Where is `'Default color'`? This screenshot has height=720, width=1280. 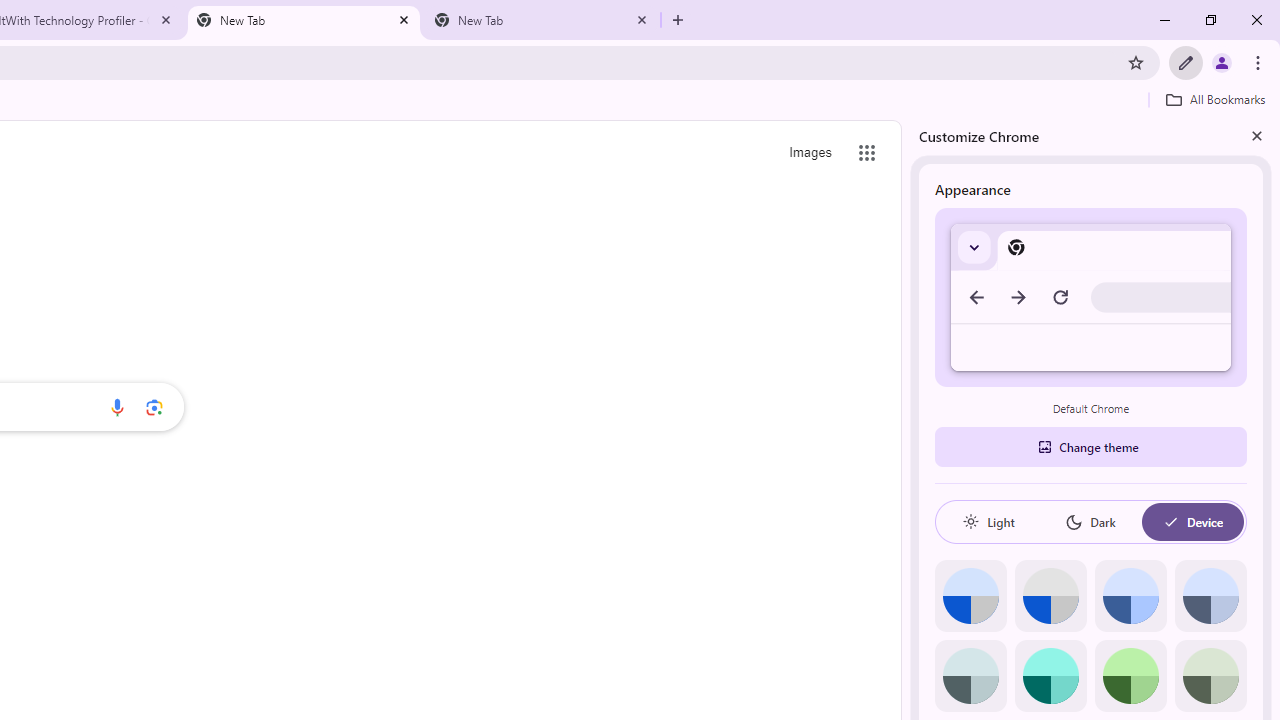 'Default color' is located at coordinates (970, 595).